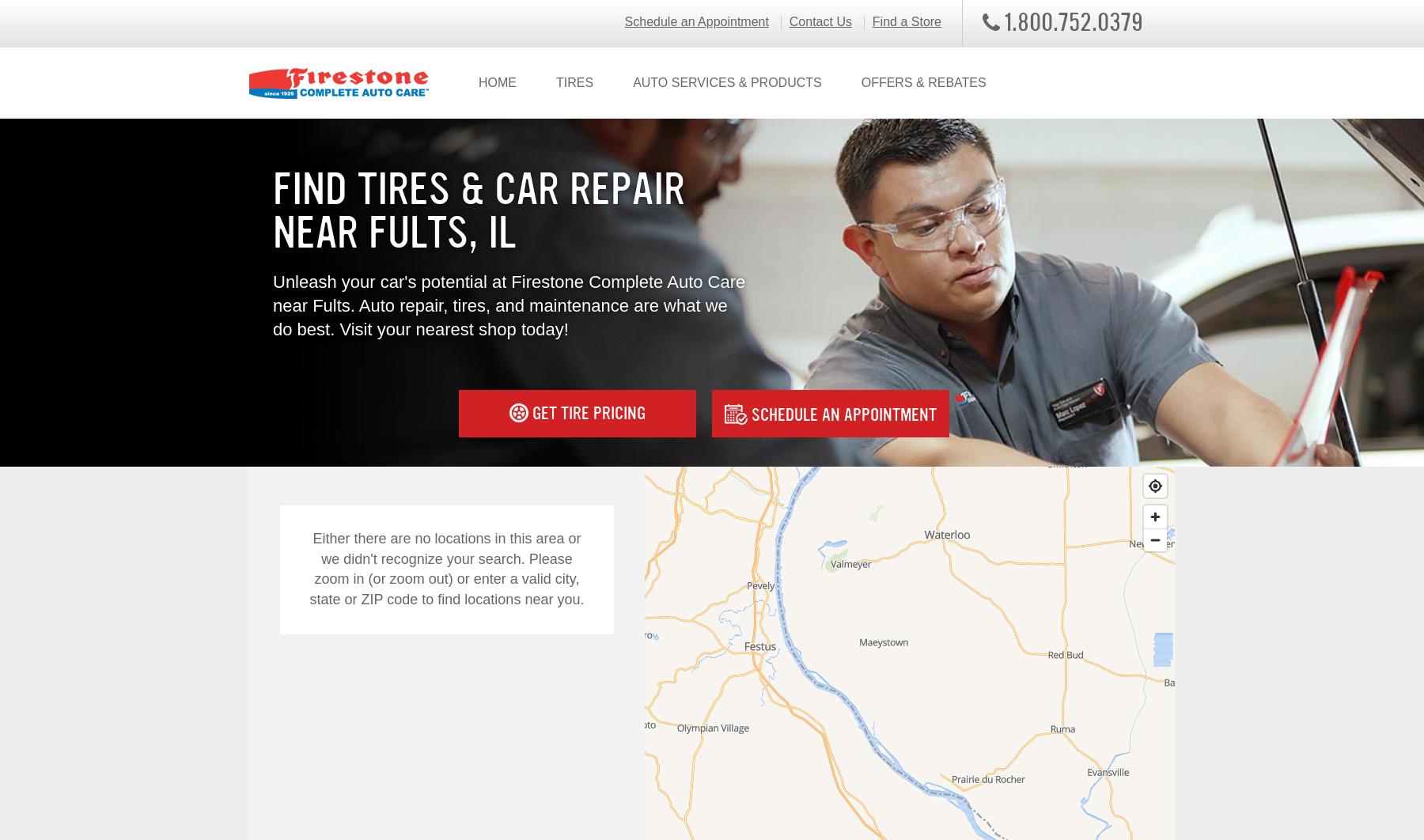 The image size is (1424, 840). I want to click on 'Get Tire Pricing', so click(585, 411).